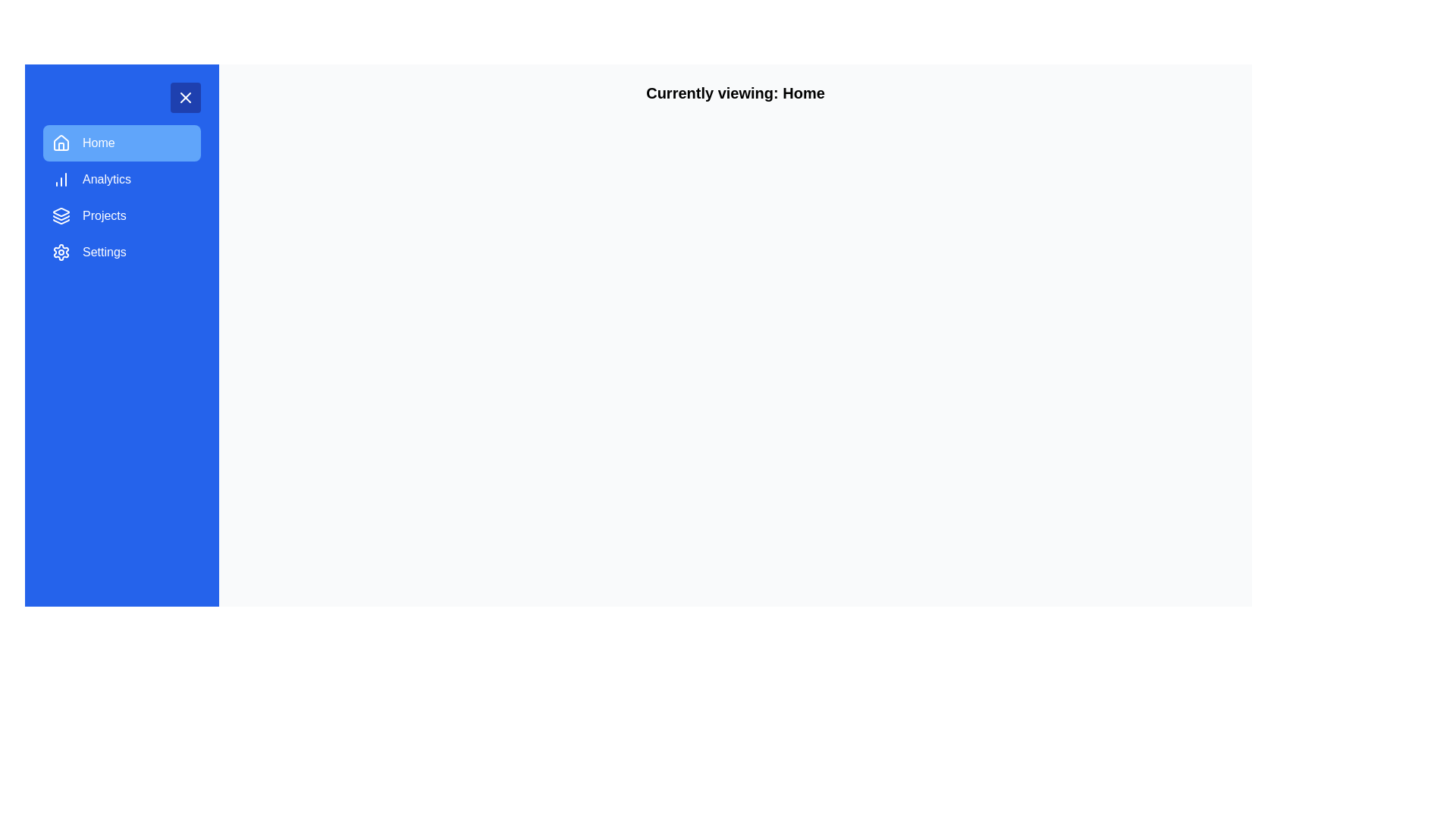  I want to click on the cogwheel icon in the left sidebar, located under the 'Settings' label, which is used for settings adjustments, so click(61, 251).